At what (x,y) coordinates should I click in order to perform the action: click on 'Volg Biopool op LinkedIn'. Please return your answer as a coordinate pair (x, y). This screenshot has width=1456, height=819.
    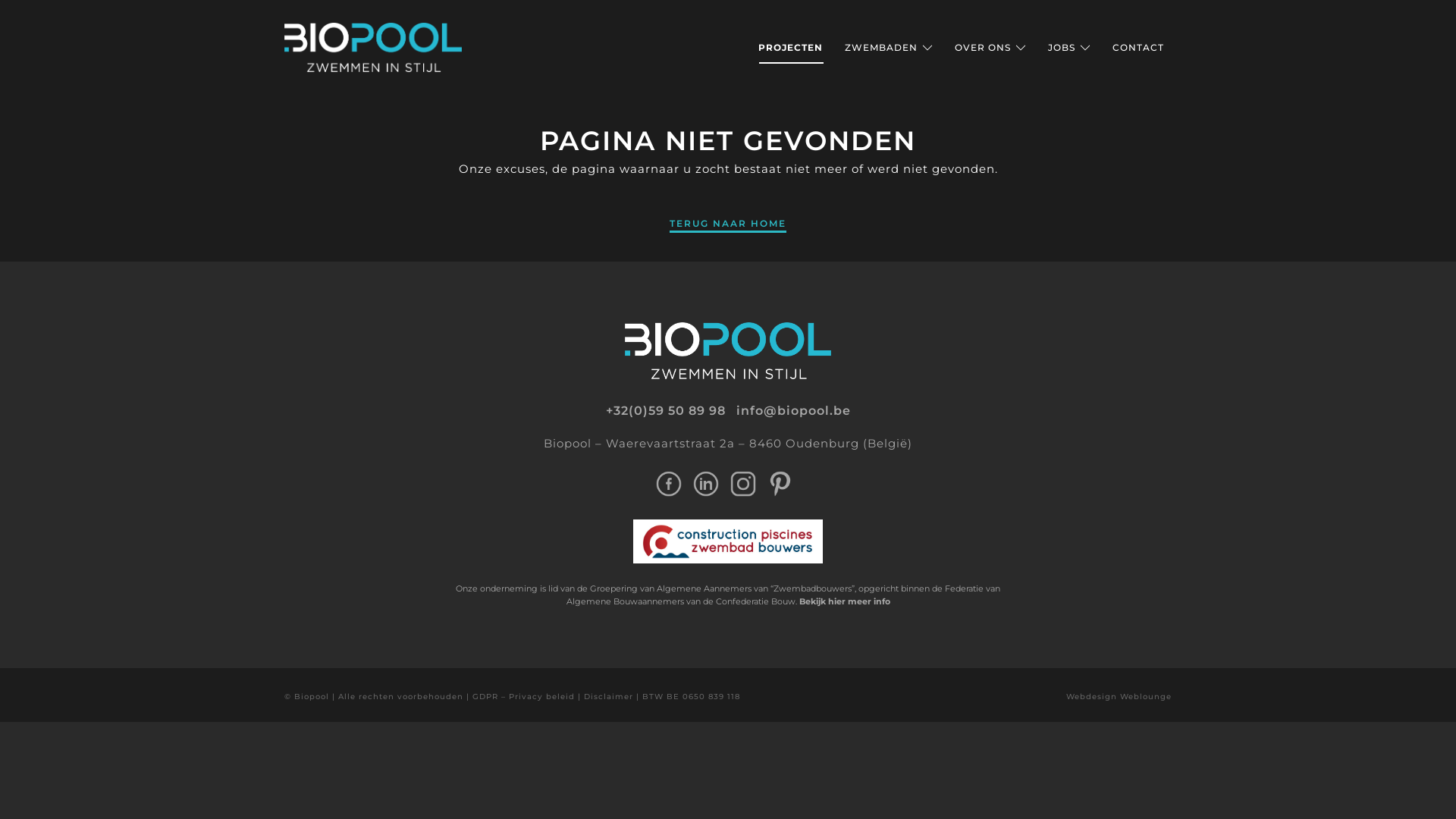
    Looking at the image, I should click on (692, 482).